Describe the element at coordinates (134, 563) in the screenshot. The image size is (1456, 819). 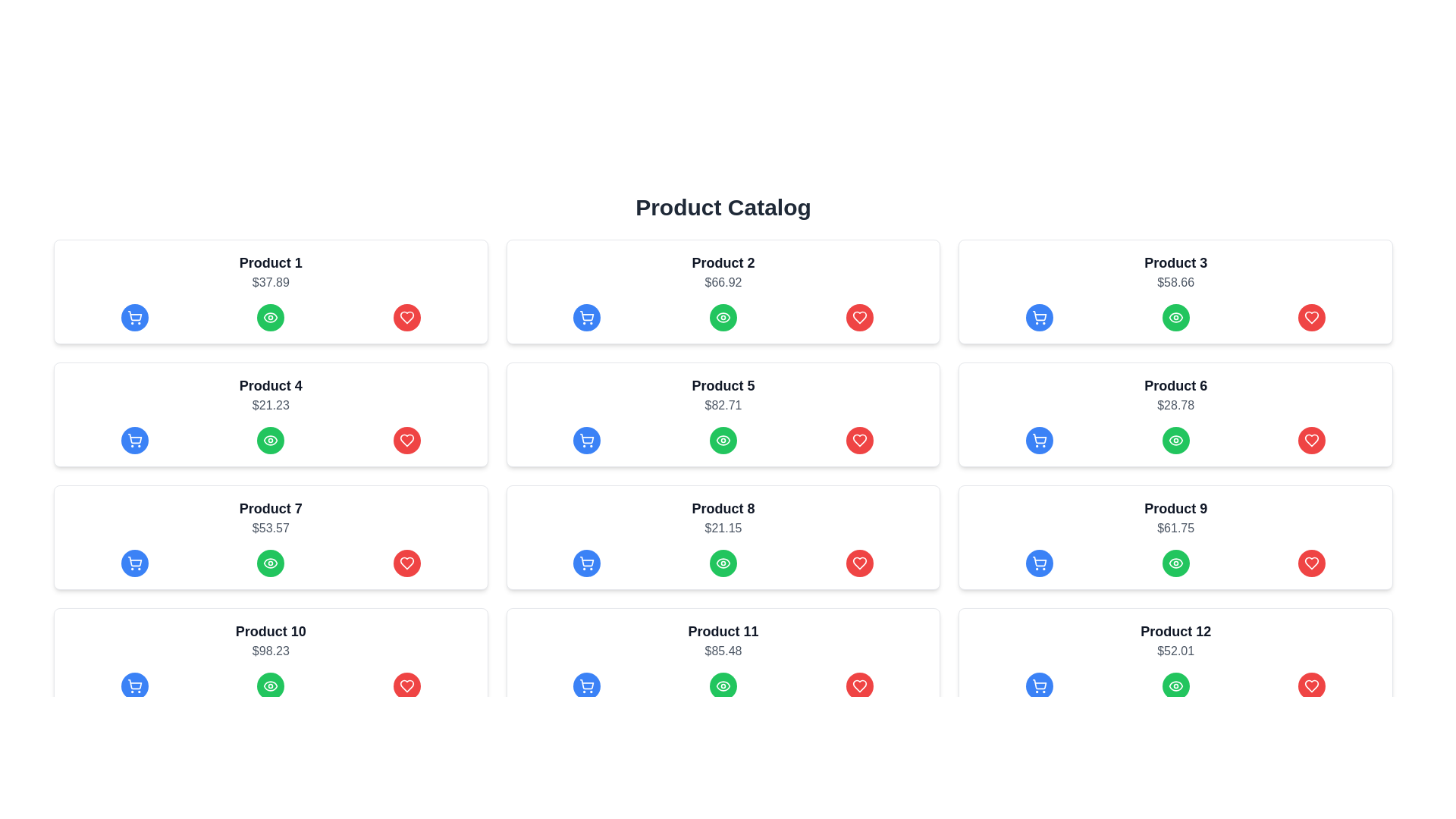
I see `the leftmost button in the horizontal group at the bottom of the third product card in the first column of the product grid to observe the hover effect` at that location.